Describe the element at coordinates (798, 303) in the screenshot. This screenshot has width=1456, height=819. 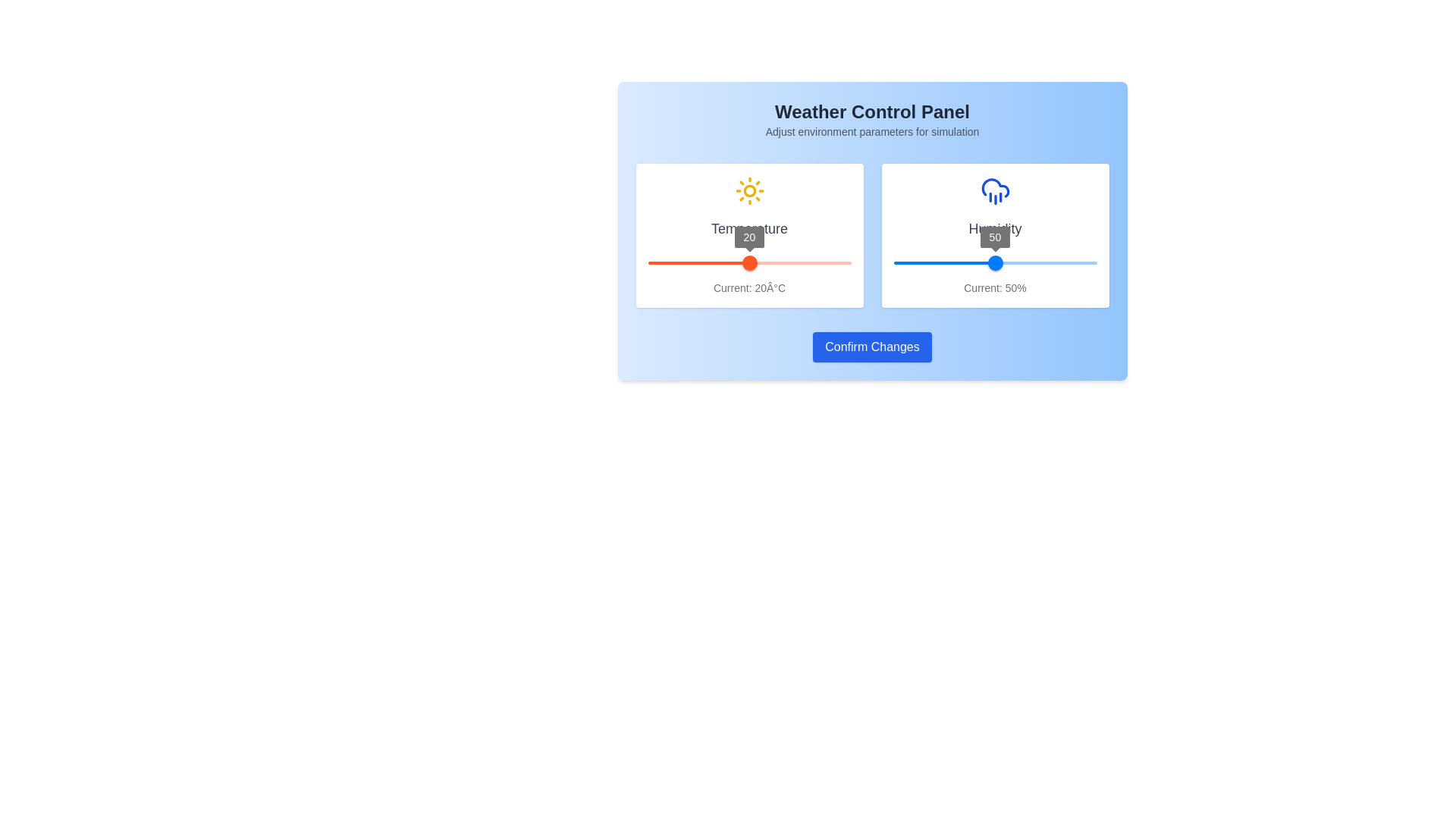
I see `the temperature` at that location.